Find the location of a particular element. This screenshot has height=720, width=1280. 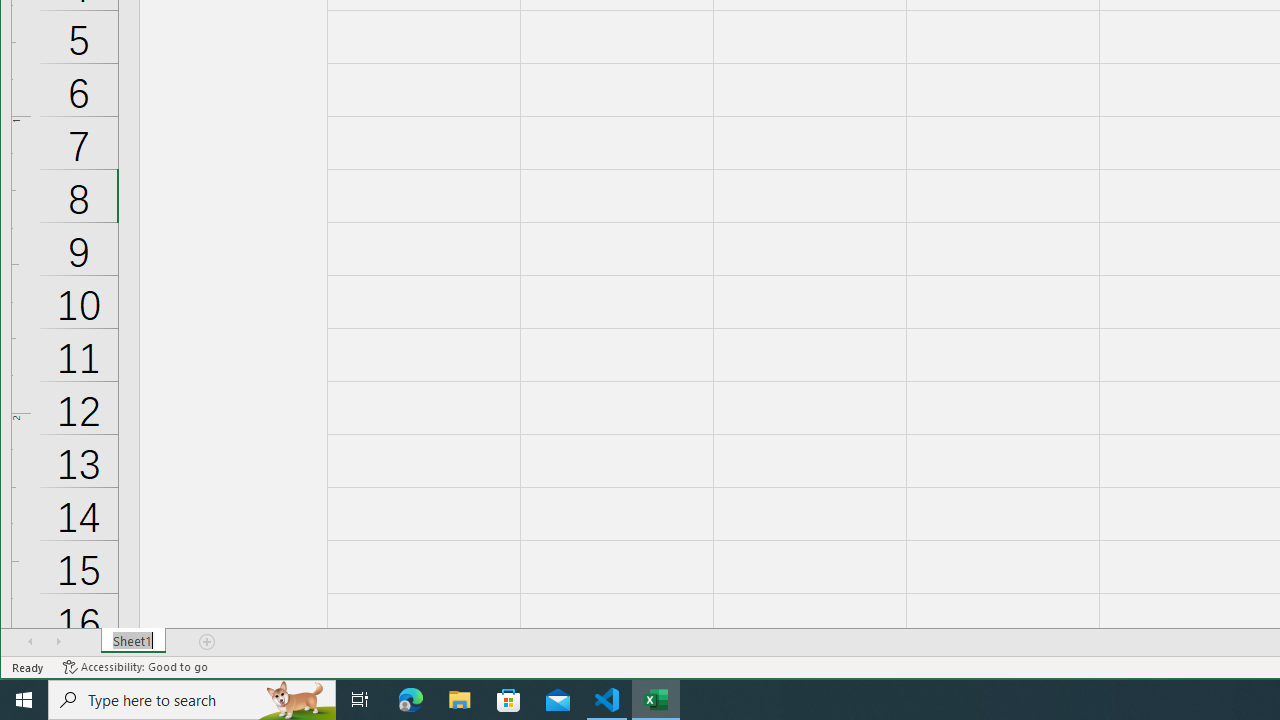

'Microsoft Store' is located at coordinates (509, 698).